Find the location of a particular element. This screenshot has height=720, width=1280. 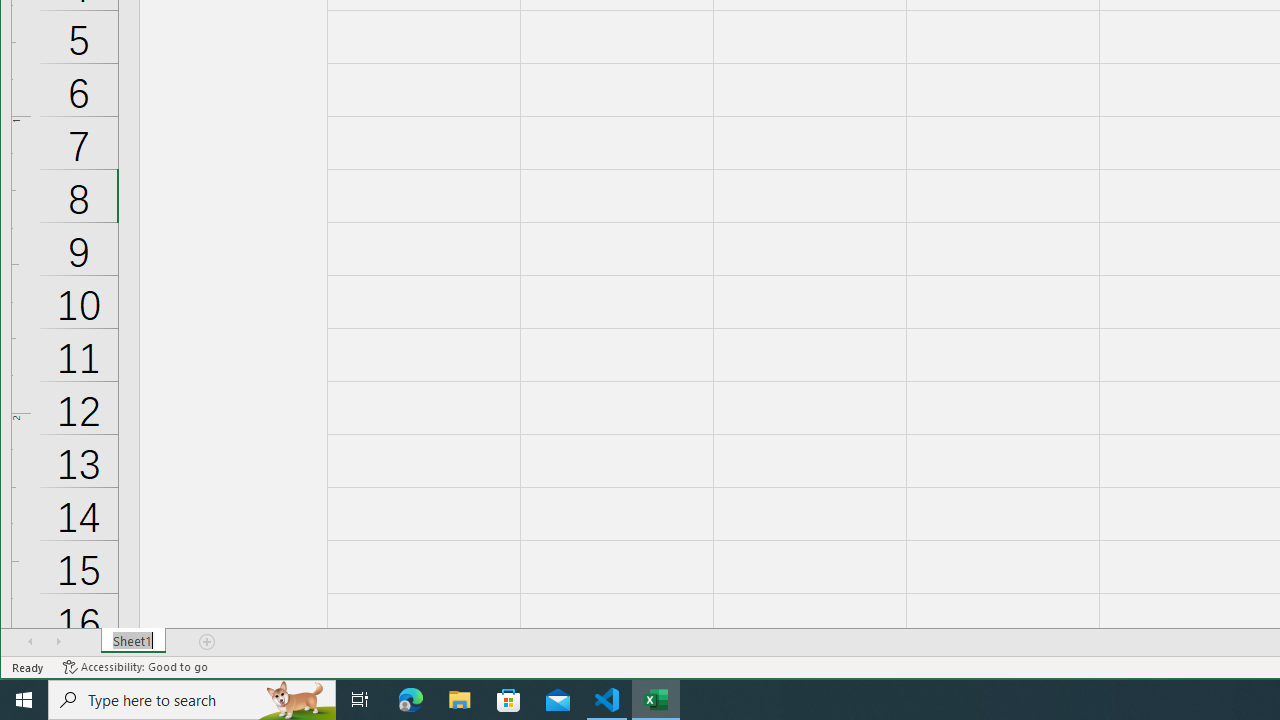

'Microsoft Store' is located at coordinates (509, 698).